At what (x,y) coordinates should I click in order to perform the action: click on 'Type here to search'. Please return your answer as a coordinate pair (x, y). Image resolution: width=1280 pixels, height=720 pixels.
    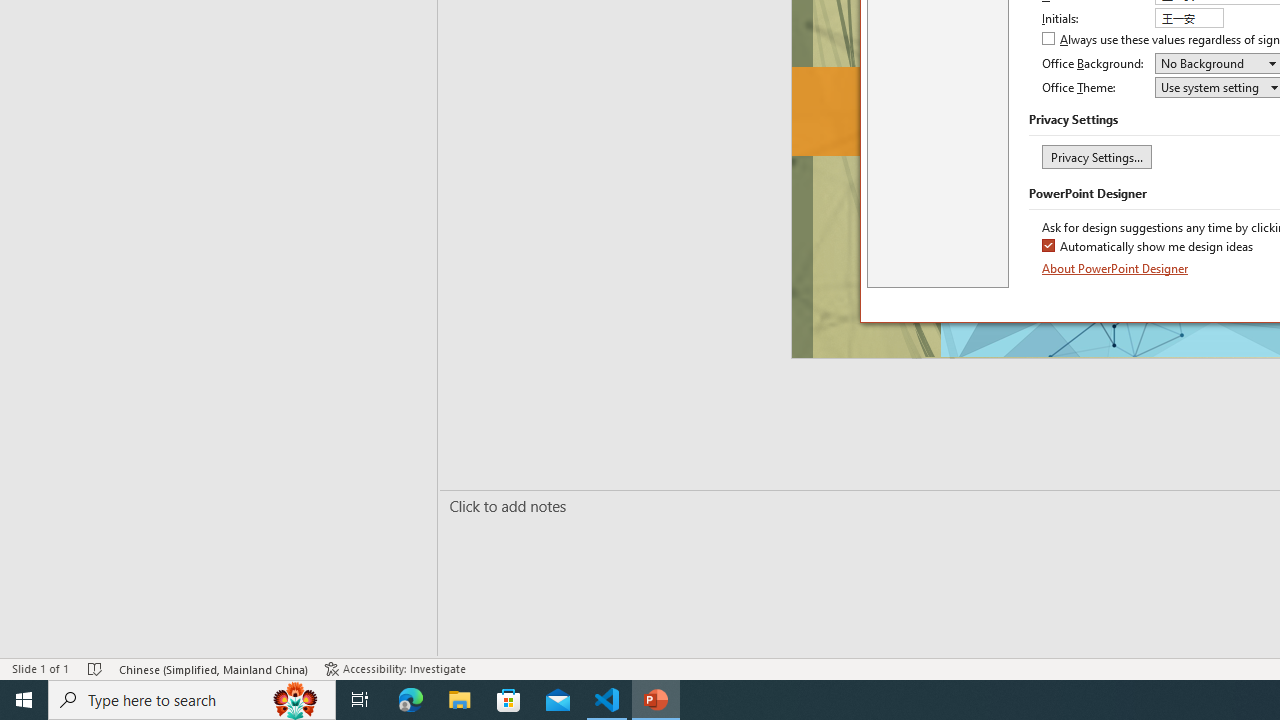
    Looking at the image, I should click on (192, 698).